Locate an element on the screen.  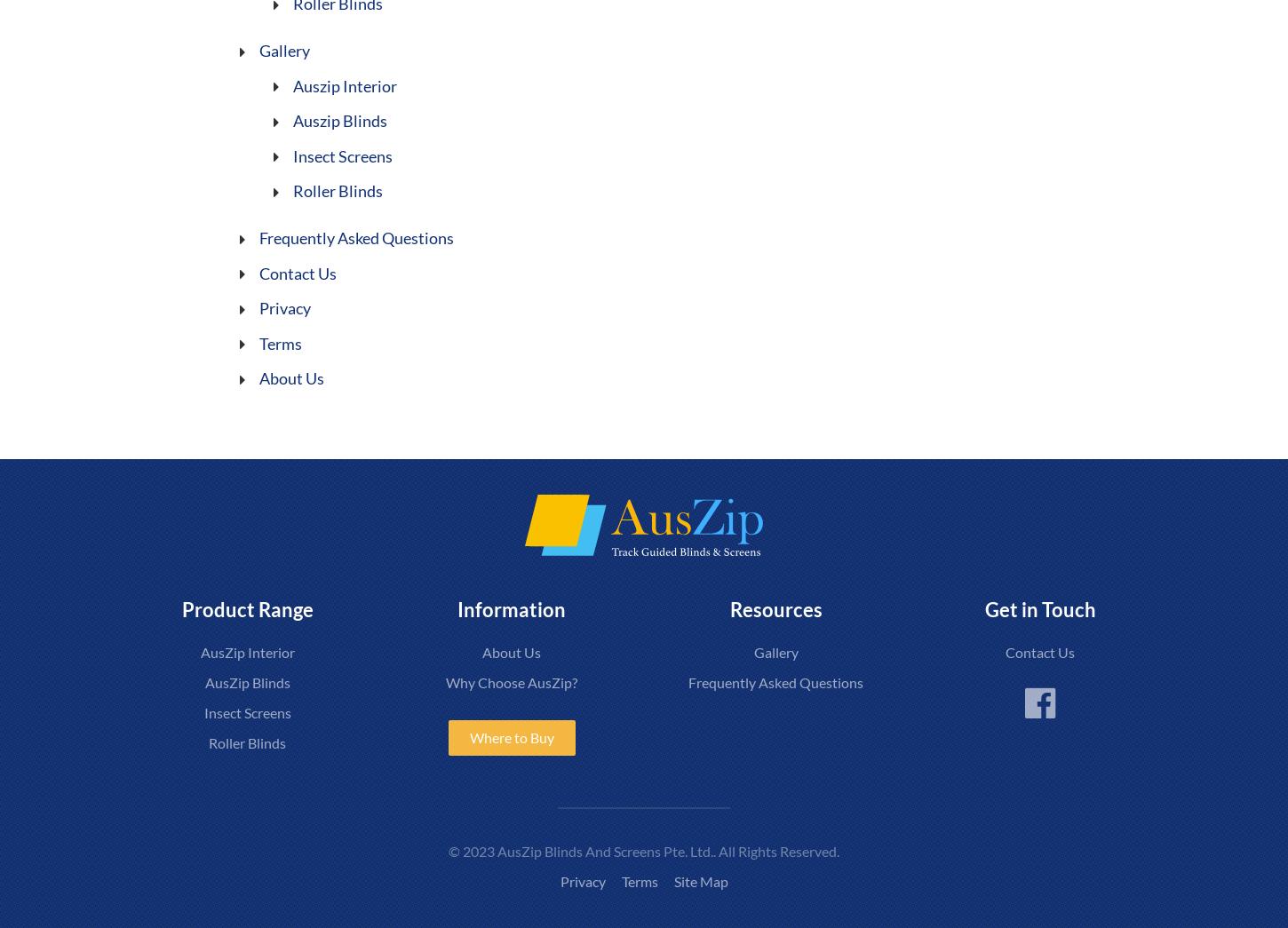
'AusZip Blinds' is located at coordinates (246, 682).